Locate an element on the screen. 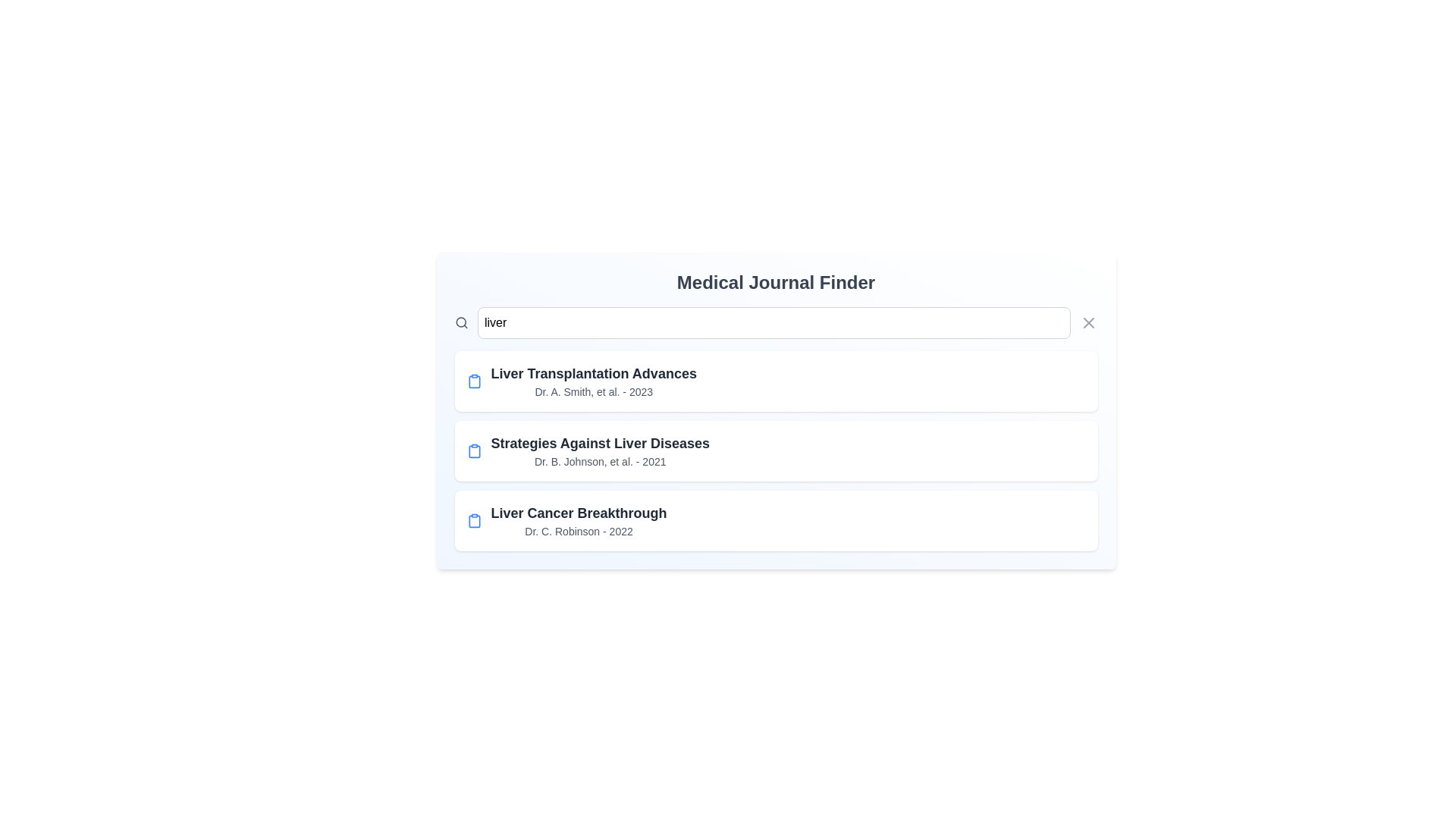 The width and height of the screenshot is (1456, 819). the medical journal entry card located centrally in the interface is located at coordinates (776, 450).